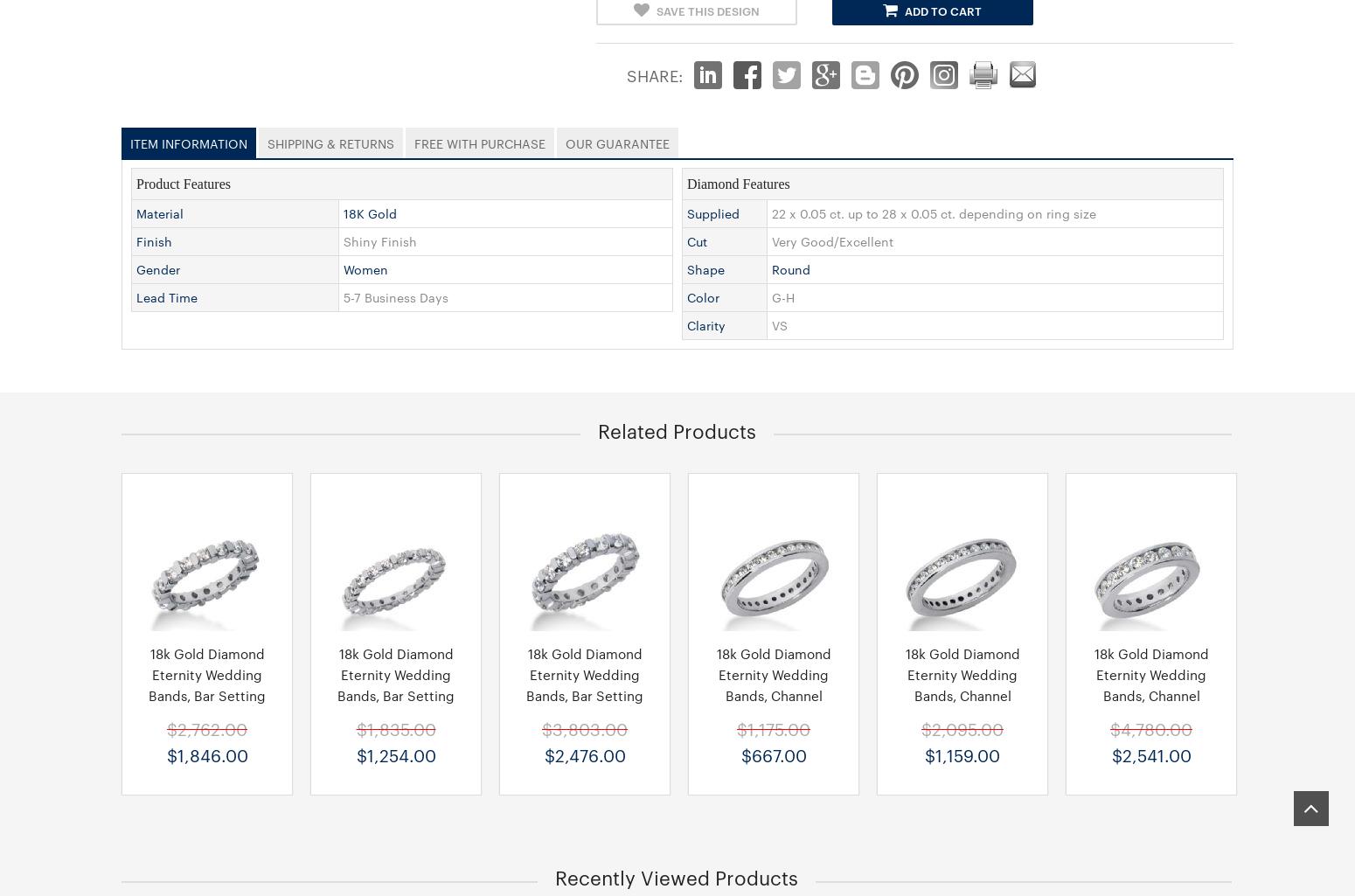  I want to click on 'Round', so click(791, 267).